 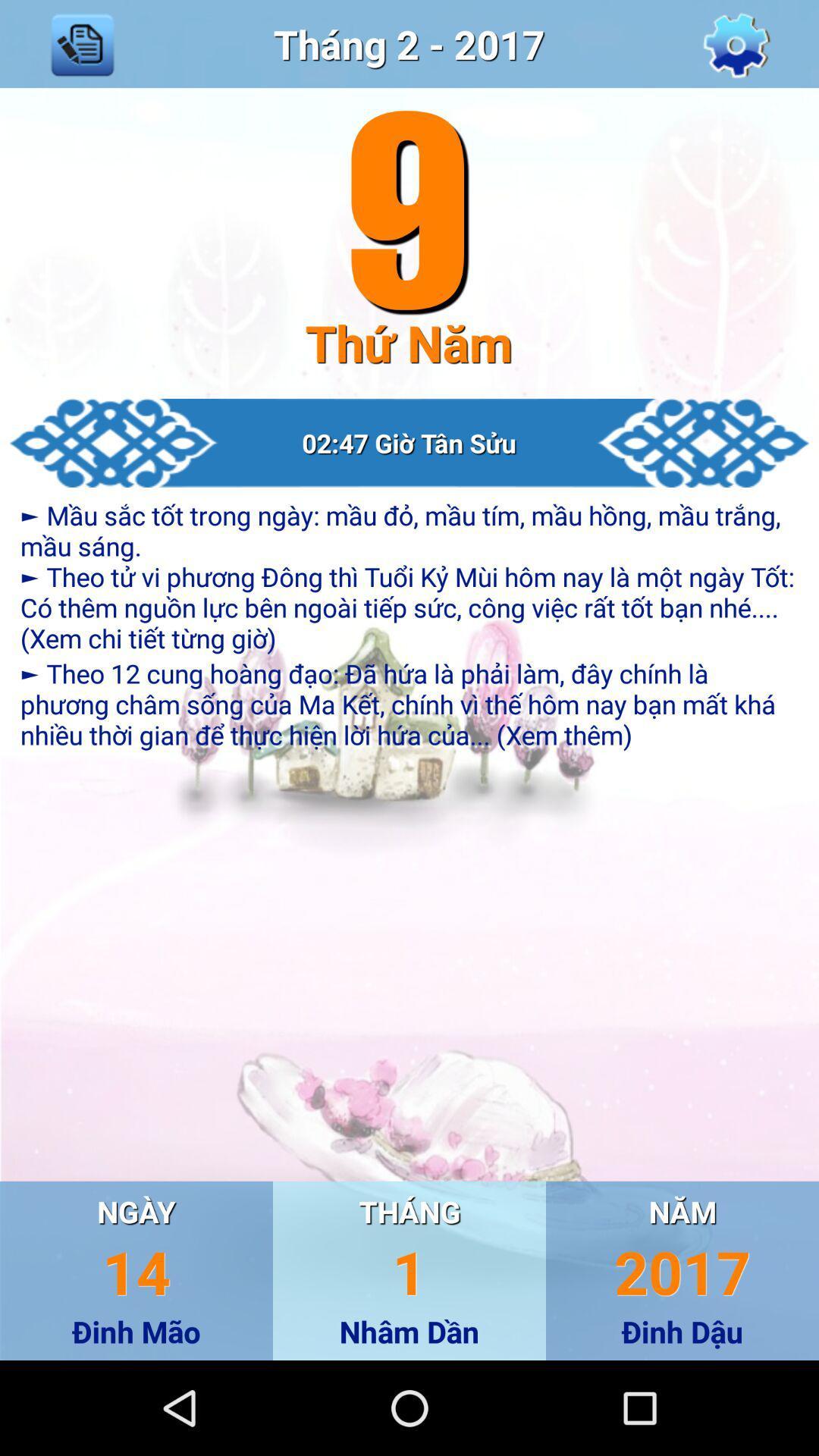 I want to click on the description icon, so click(x=82, y=47).